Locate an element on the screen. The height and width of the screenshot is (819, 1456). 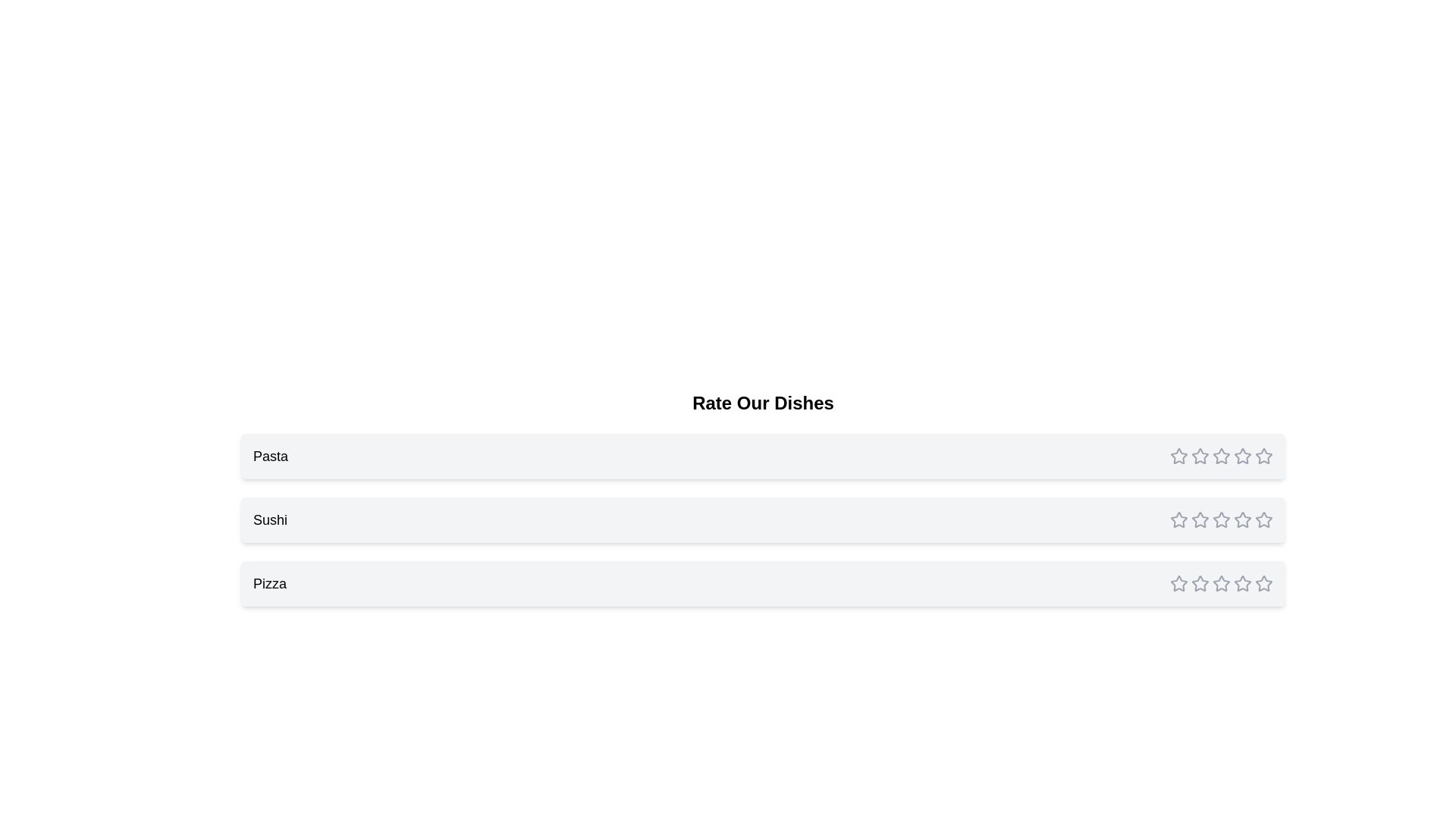
the fourth star icon in the rating bar for Sushi is located at coordinates (1242, 519).